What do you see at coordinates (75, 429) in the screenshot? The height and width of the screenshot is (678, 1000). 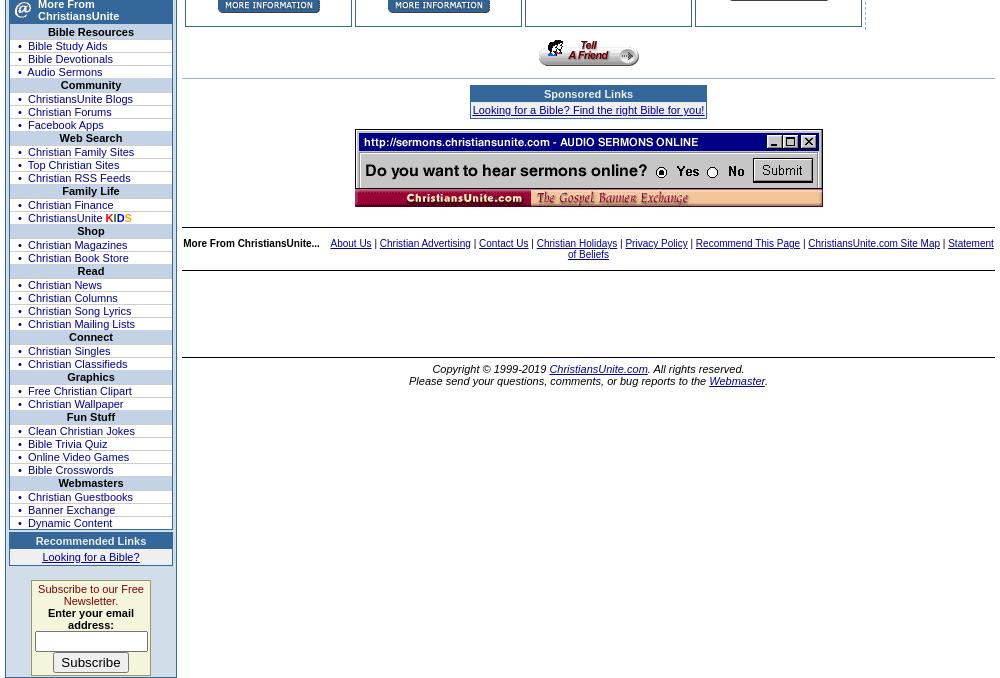 I see `'•  Clean Christian Jokes'` at bounding box center [75, 429].